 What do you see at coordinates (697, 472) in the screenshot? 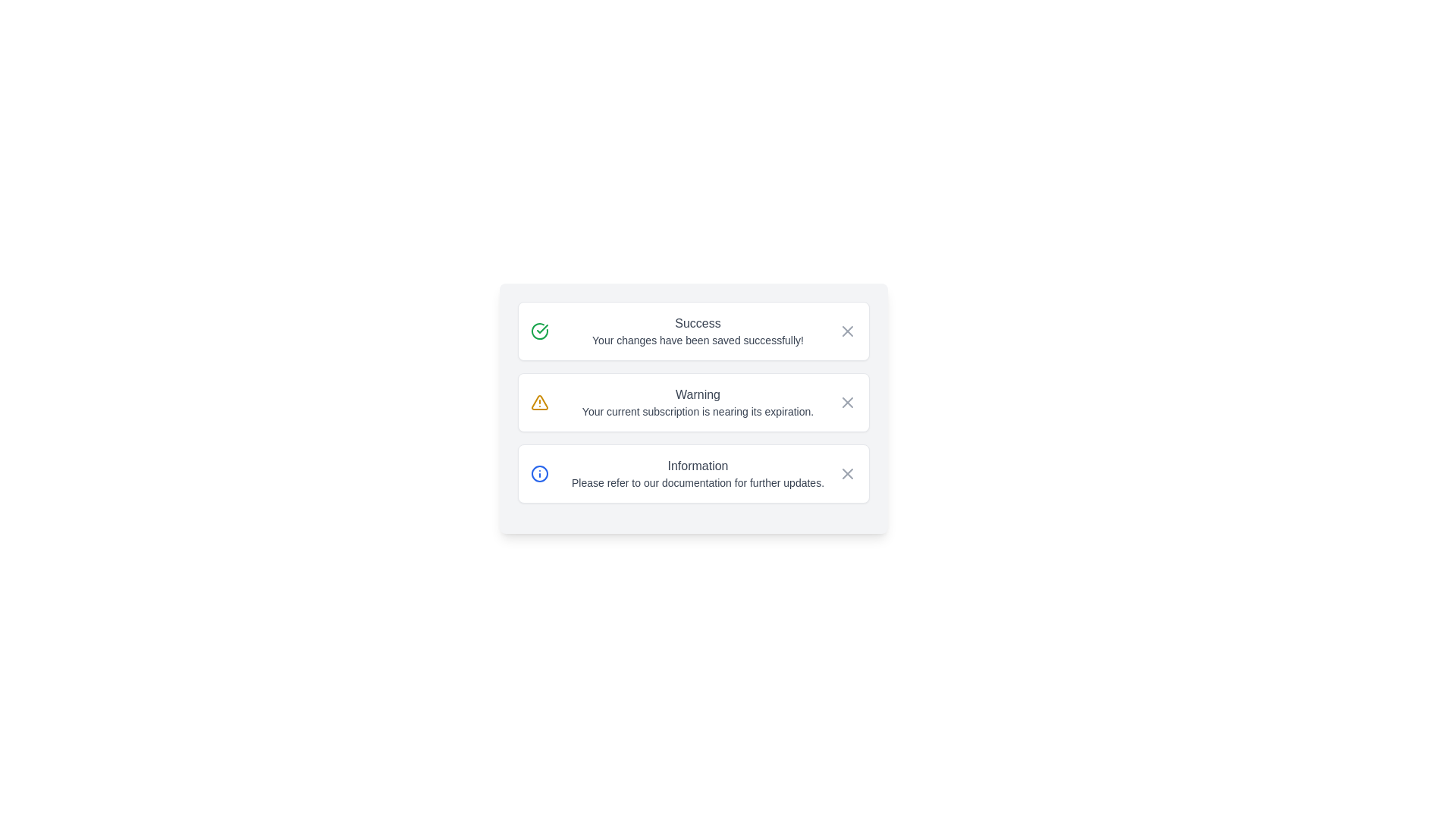
I see `the major text block inside the third notification card at the bottom of the three-row stack of information cards that provides guidance or details to the user` at bounding box center [697, 472].